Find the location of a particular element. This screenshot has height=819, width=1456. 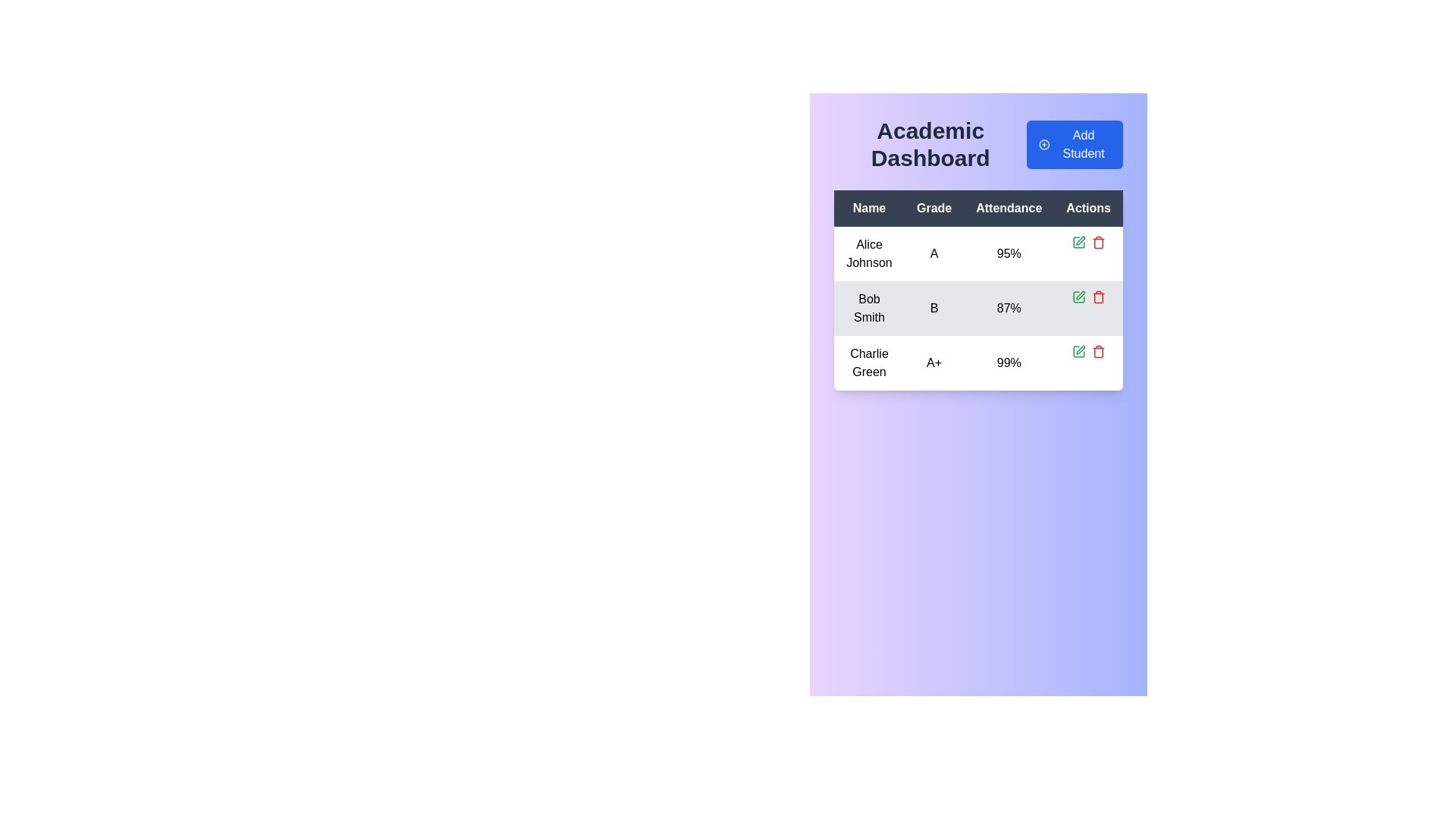

the label indicating the grade received by 'Charlie Green' in the academic records table, located in the 'Grade' column is located at coordinates (934, 362).